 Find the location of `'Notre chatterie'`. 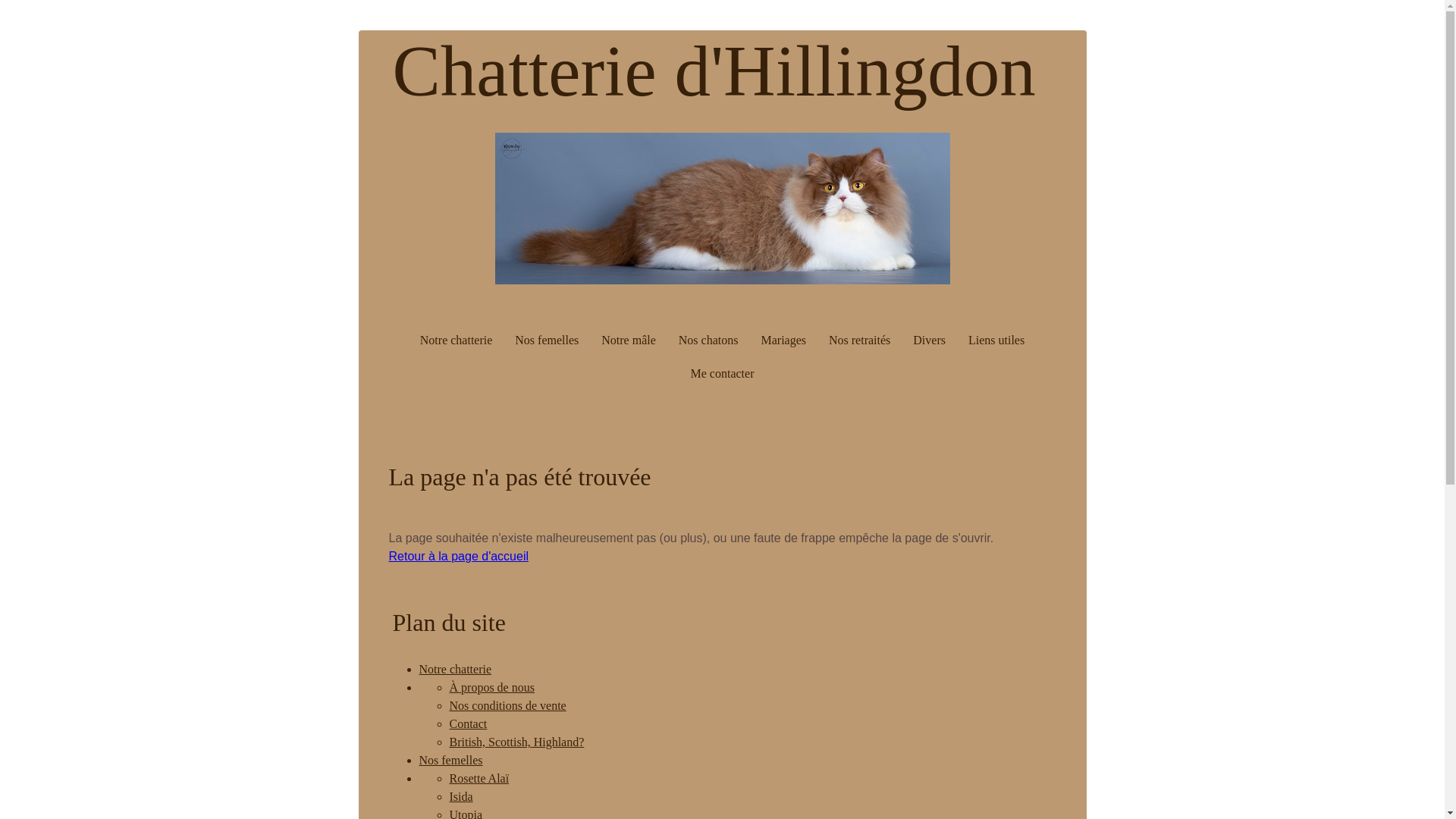

'Notre chatterie' is located at coordinates (454, 668).